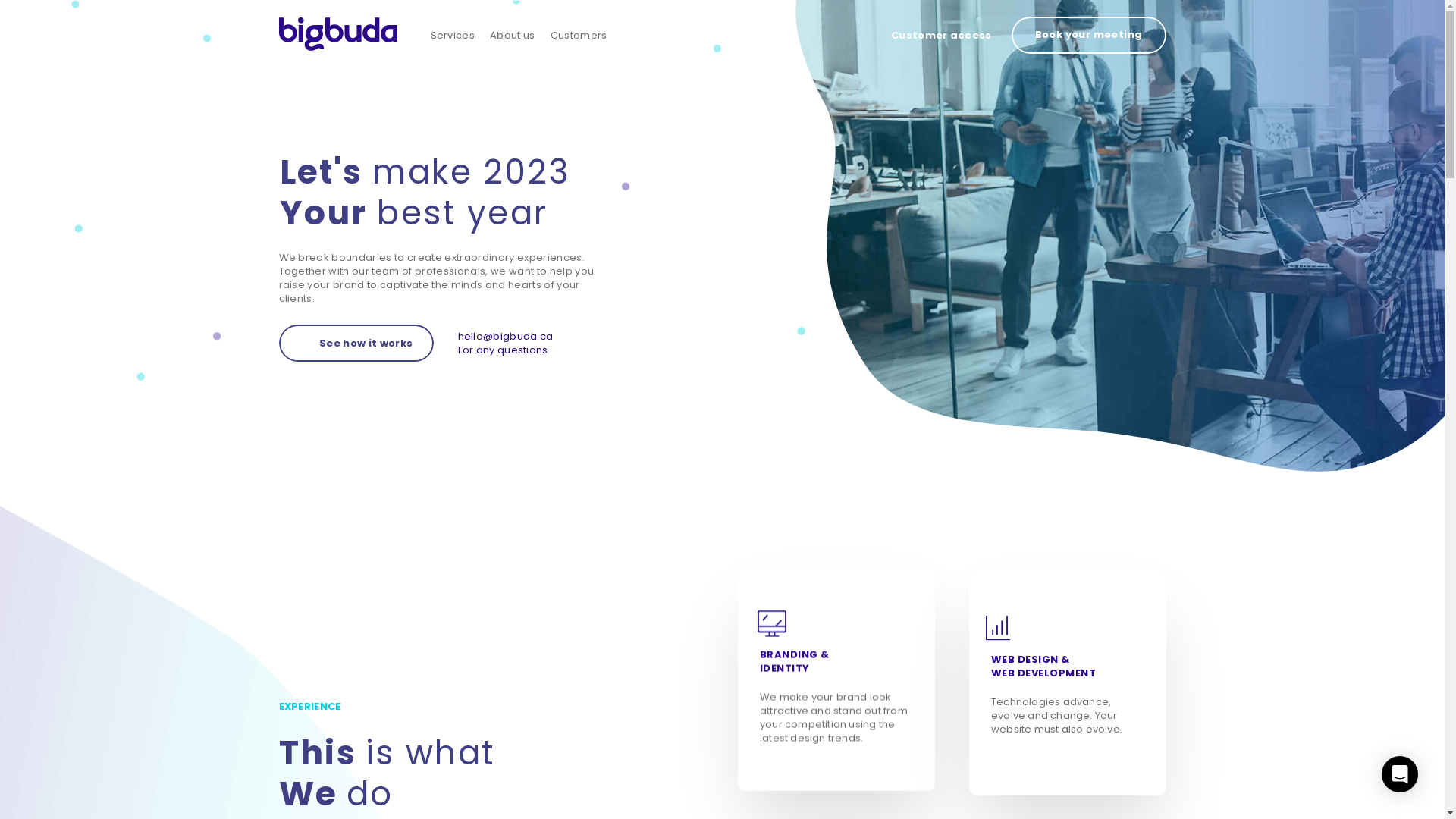 This screenshot has width=1456, height=819. Describe the element at coordinates (940, 35) in the screenshot. I see `'Customer access'` at that location.